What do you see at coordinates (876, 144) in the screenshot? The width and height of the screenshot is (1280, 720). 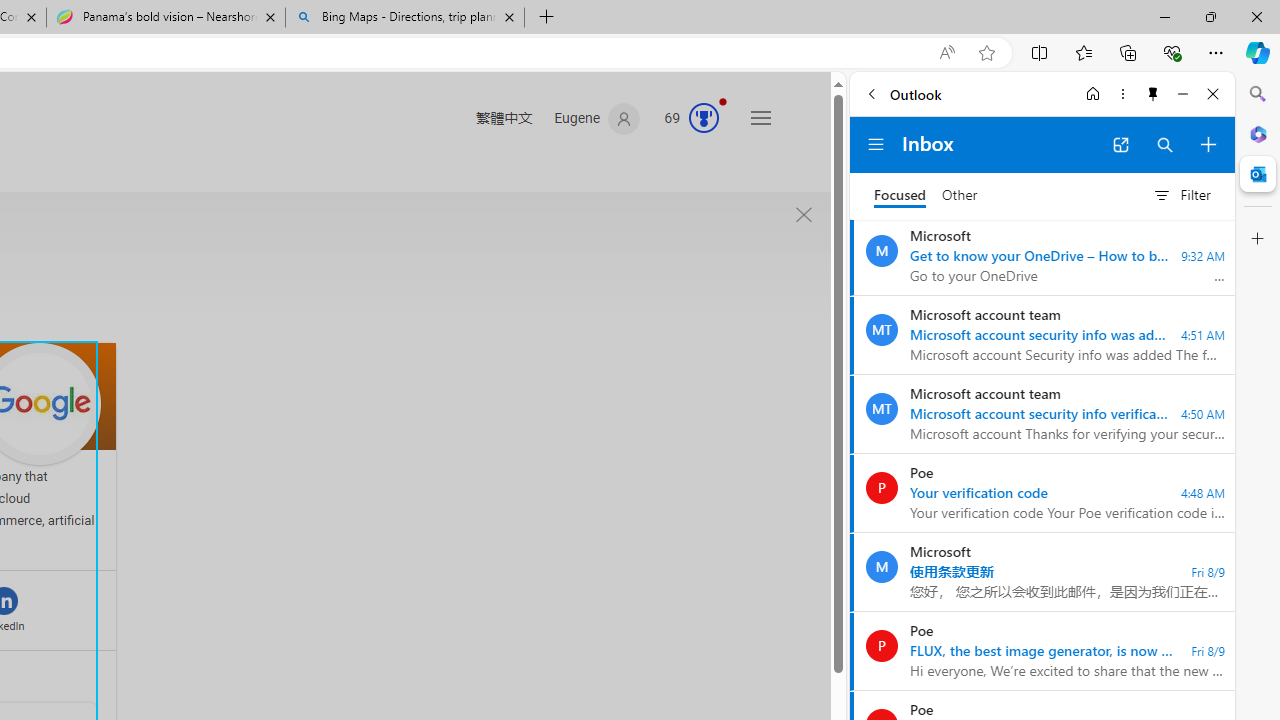 I see `'Folder navigation'` at bounding box center [876, 144].